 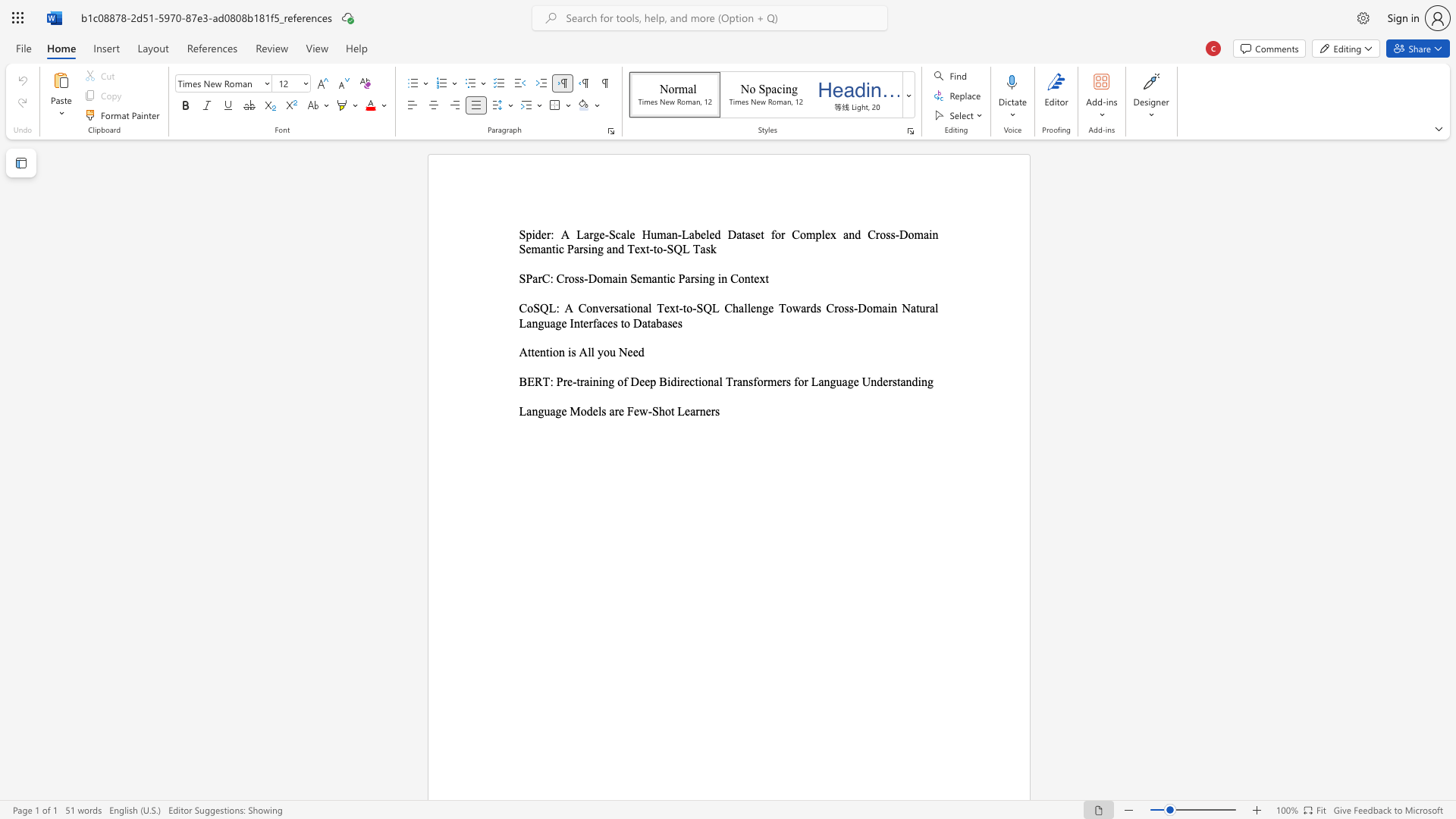 I want to click on the 1th character "n" in the text, so click(x=542, y=352).